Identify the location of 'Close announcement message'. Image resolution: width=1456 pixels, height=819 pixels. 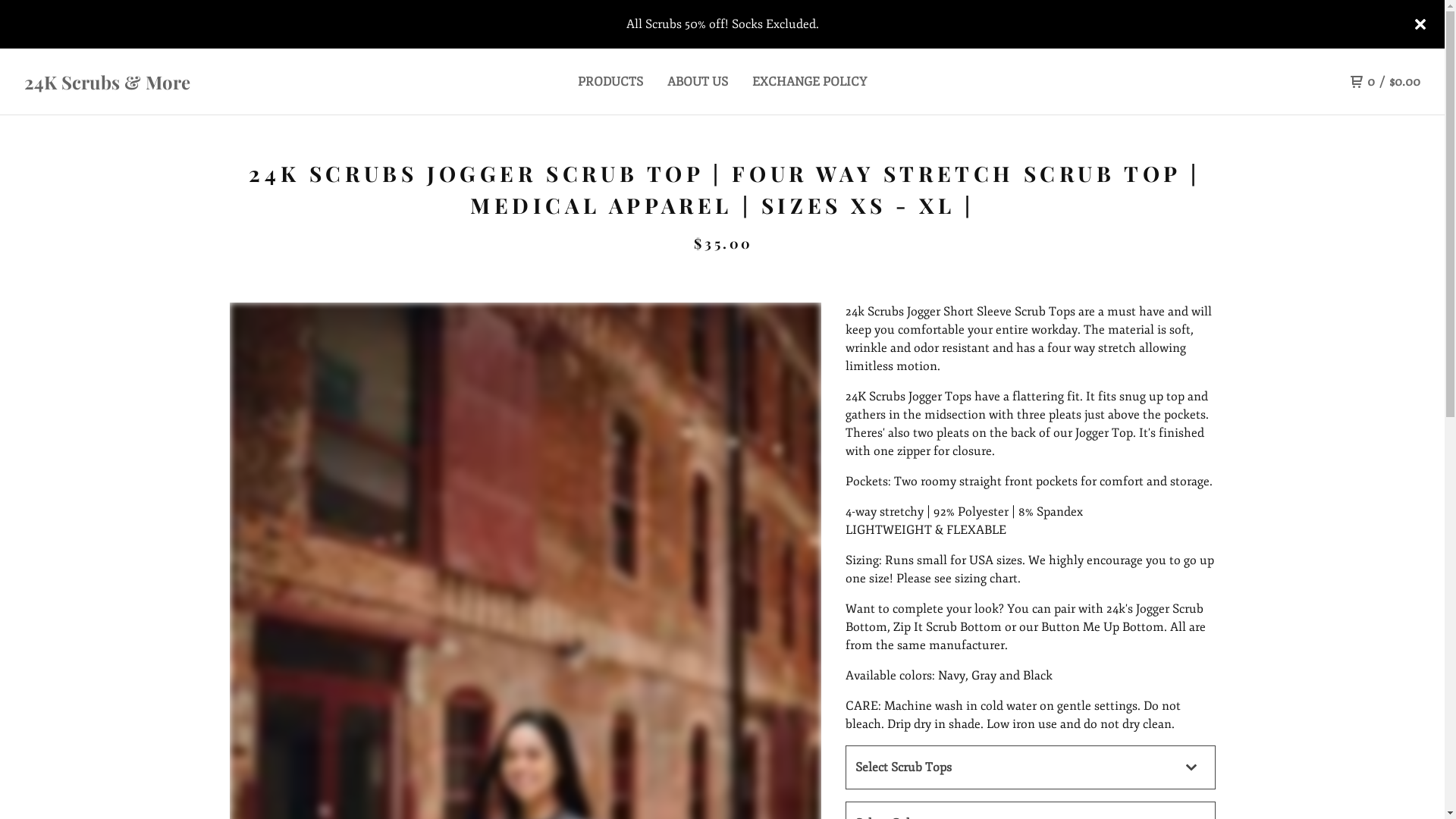
(1419, 24).